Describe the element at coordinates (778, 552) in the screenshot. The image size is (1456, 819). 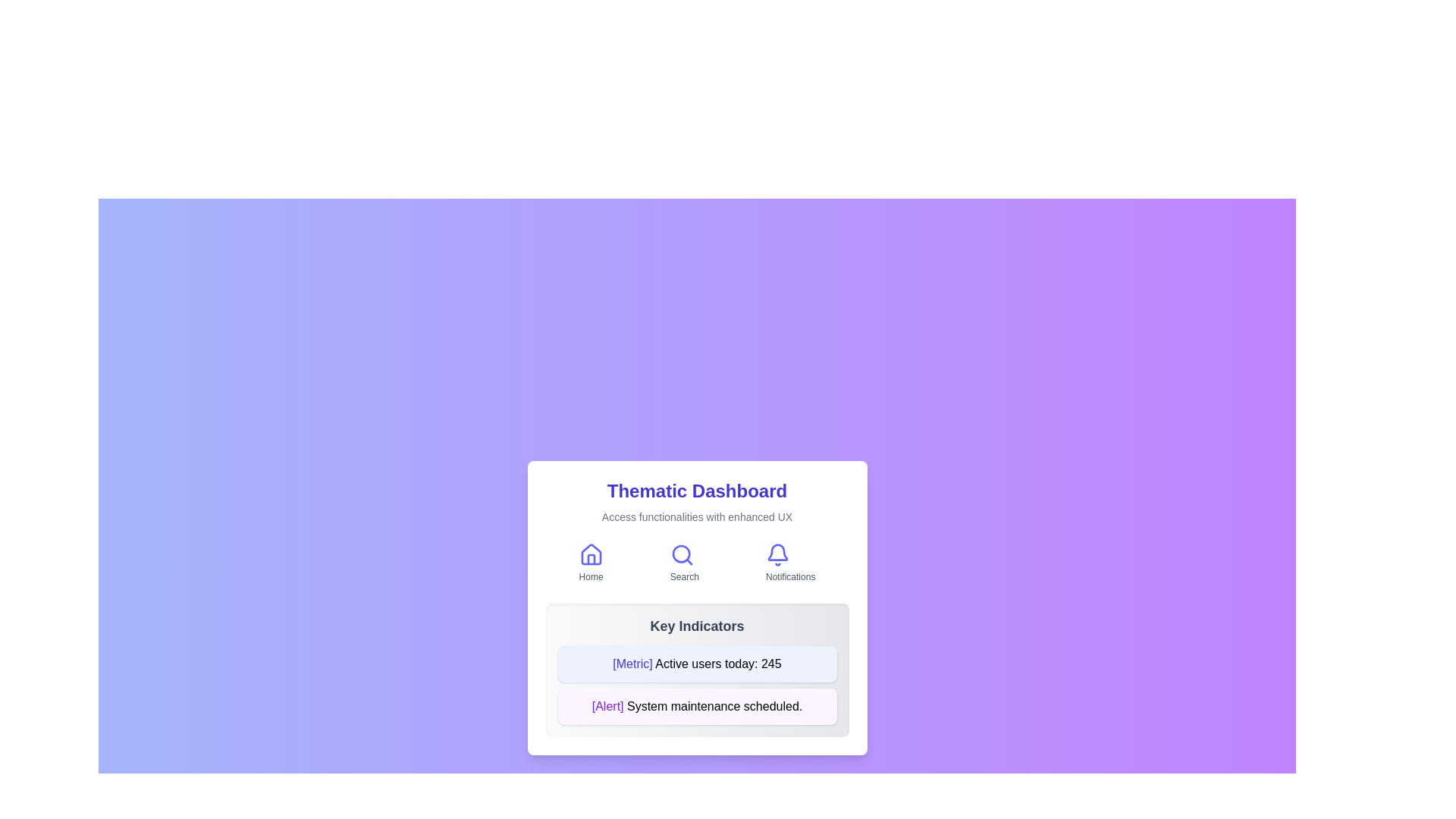
I see `the dark blue bell icon representing notifications, which is centrally located in the notification group at the top section of the main interface` at that location.